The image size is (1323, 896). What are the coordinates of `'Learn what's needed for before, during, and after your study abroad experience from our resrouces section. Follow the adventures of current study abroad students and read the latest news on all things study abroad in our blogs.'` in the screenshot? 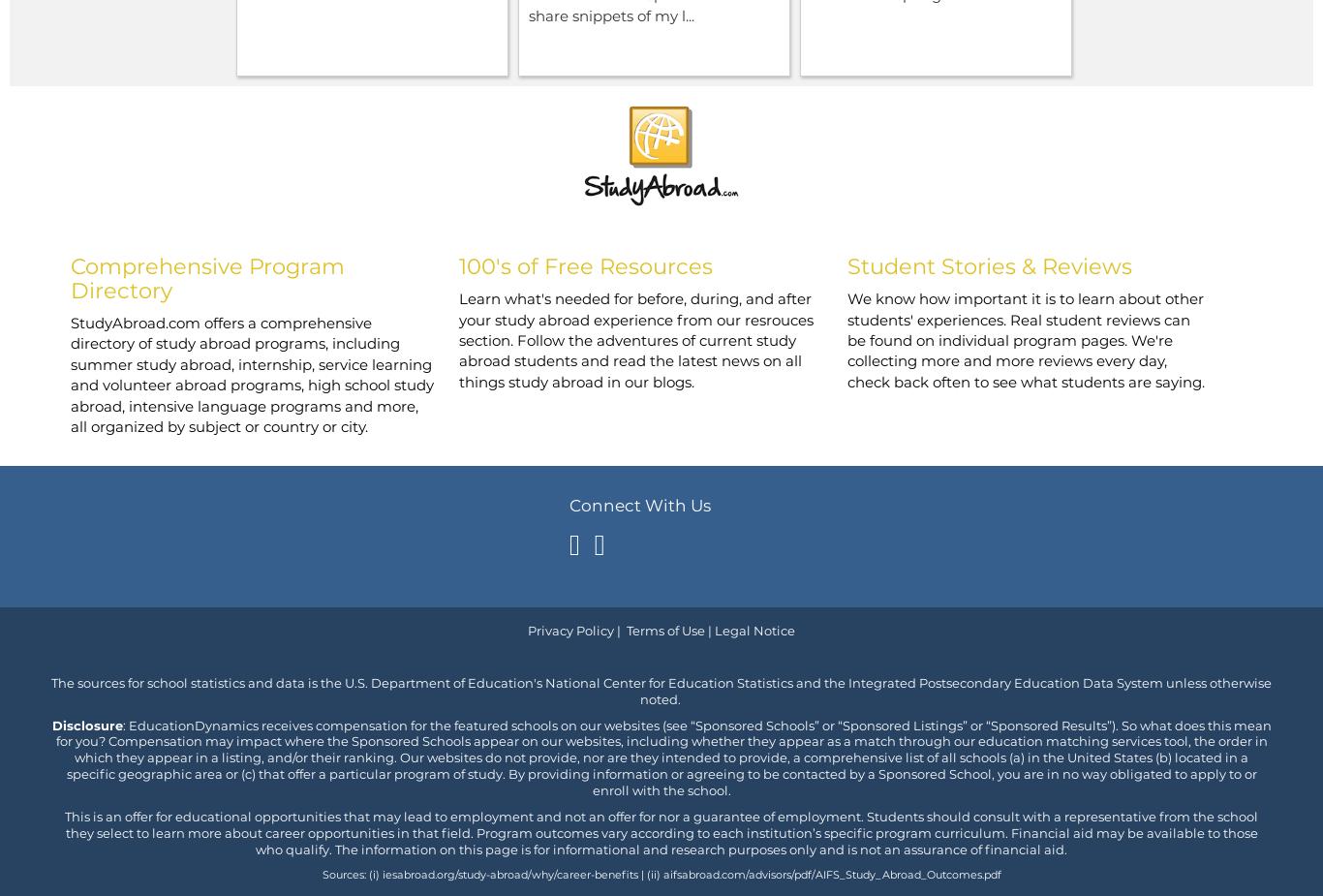 It's located at (633, 339).